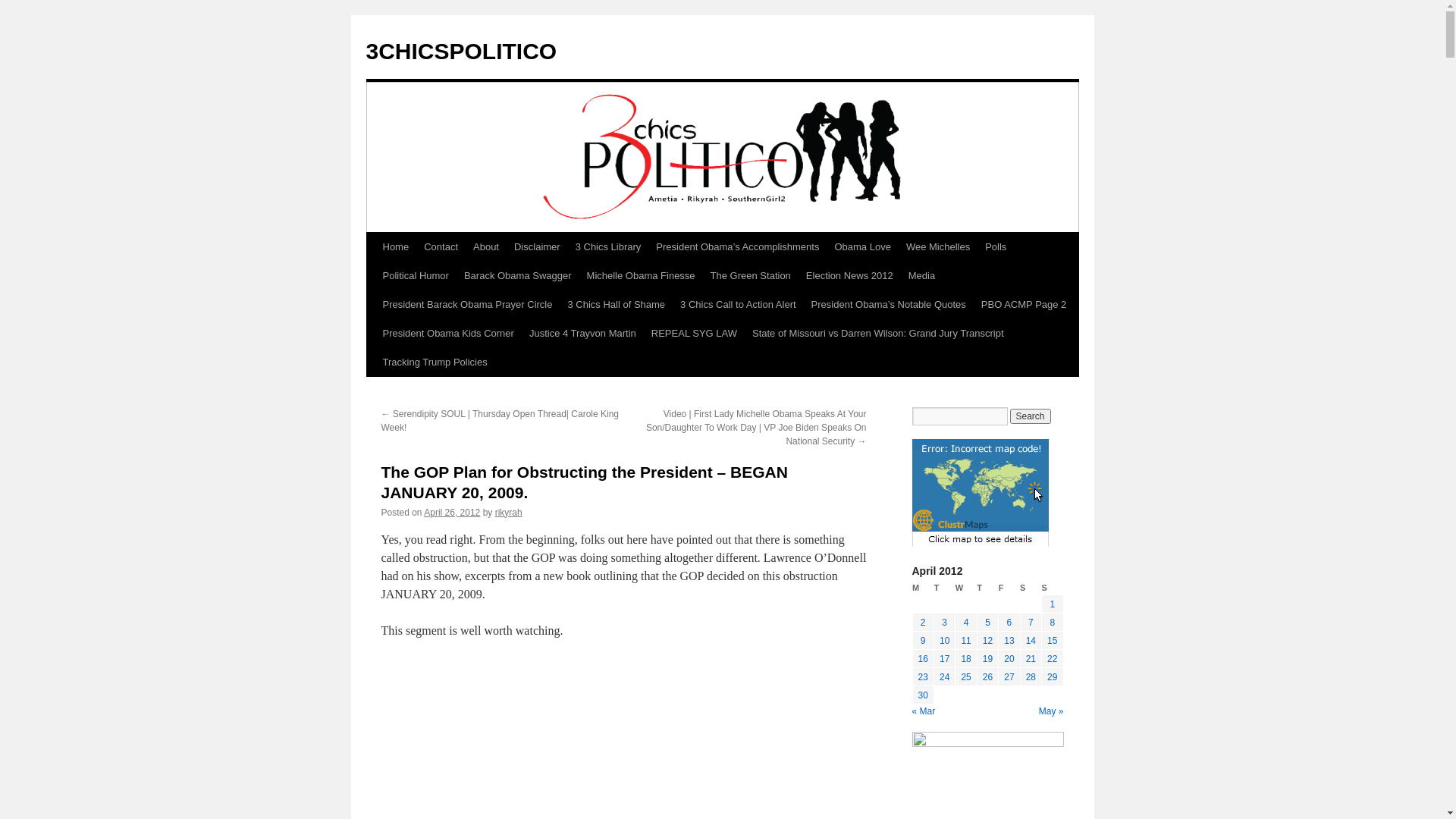 The width and height of the screenshot is (1456, 819). What do you see at coordinates (1031, 623) in the screenshot?
I see `'7'` at bounding box center [1031, 623].